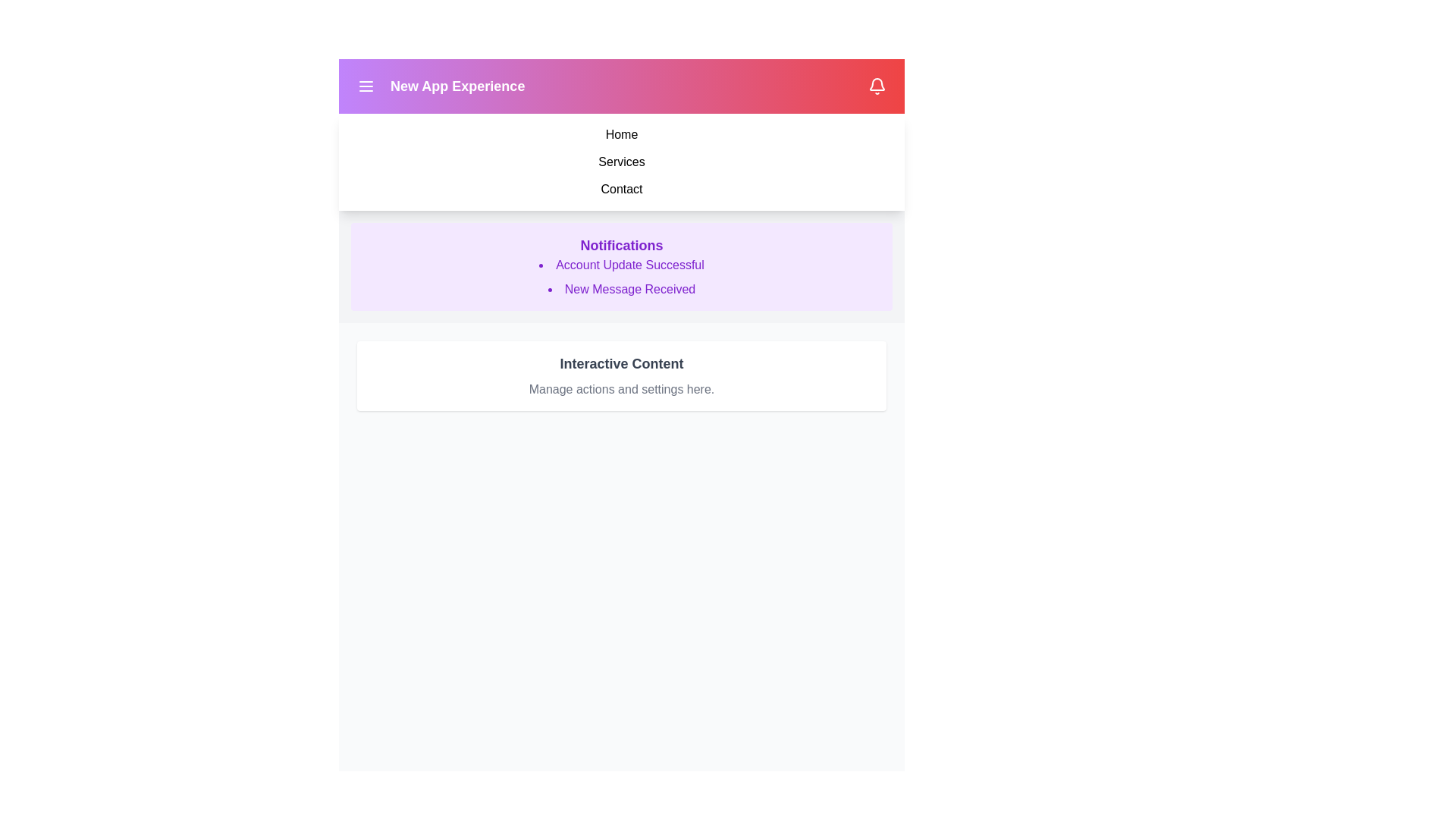 The height and width of the screenshot is (819, 1456). Describe the element at coordinates (877, 86) in the screenshot. I see `the bell icon to toggle the visibility of notifications` at that location.